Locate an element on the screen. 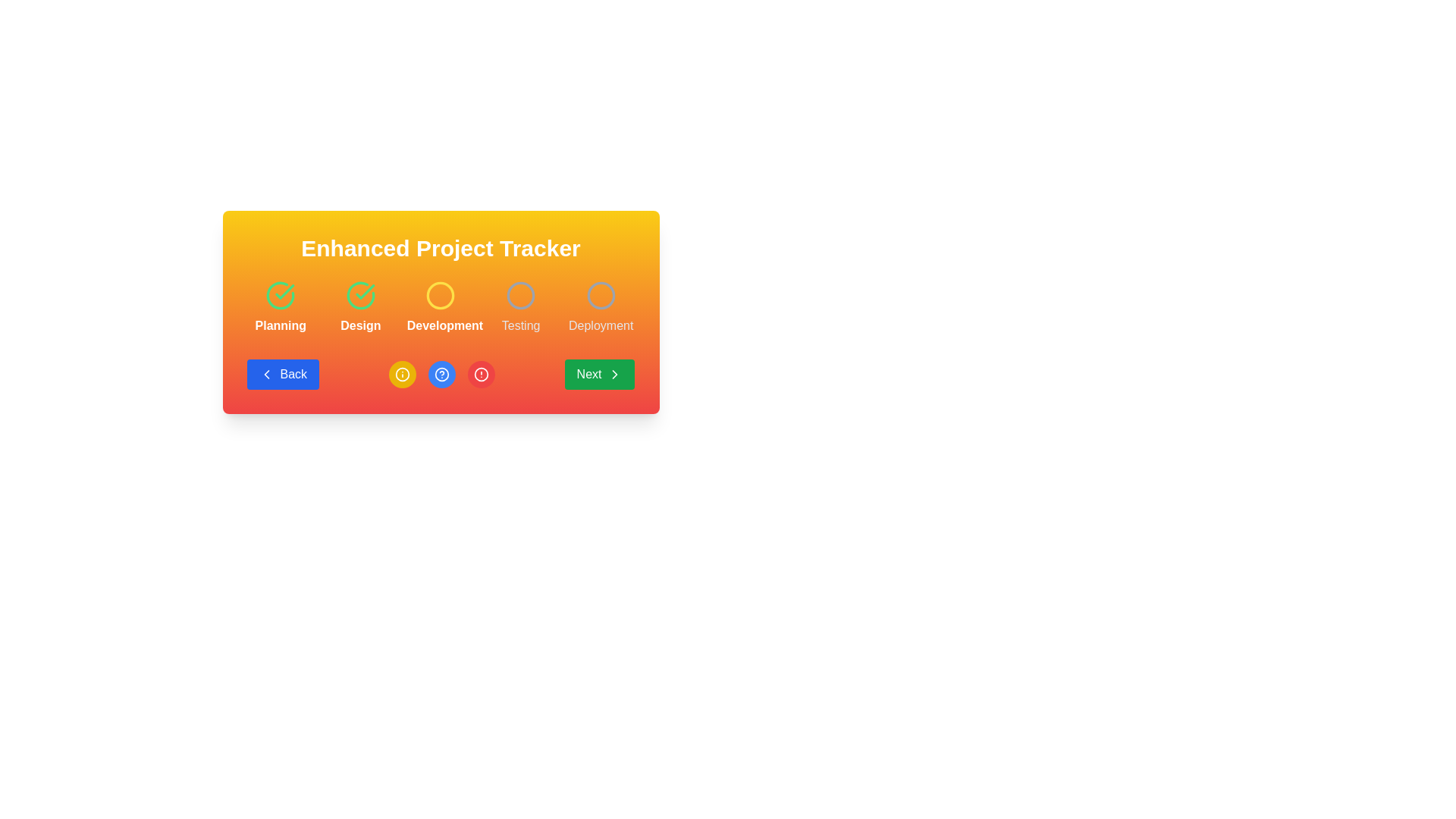 The image size is (1456, 819). the status represented by the fourth progress tracker stage indicator, which is a gray circular icon above the text 'Testing' is located at coordinates (520, 307).